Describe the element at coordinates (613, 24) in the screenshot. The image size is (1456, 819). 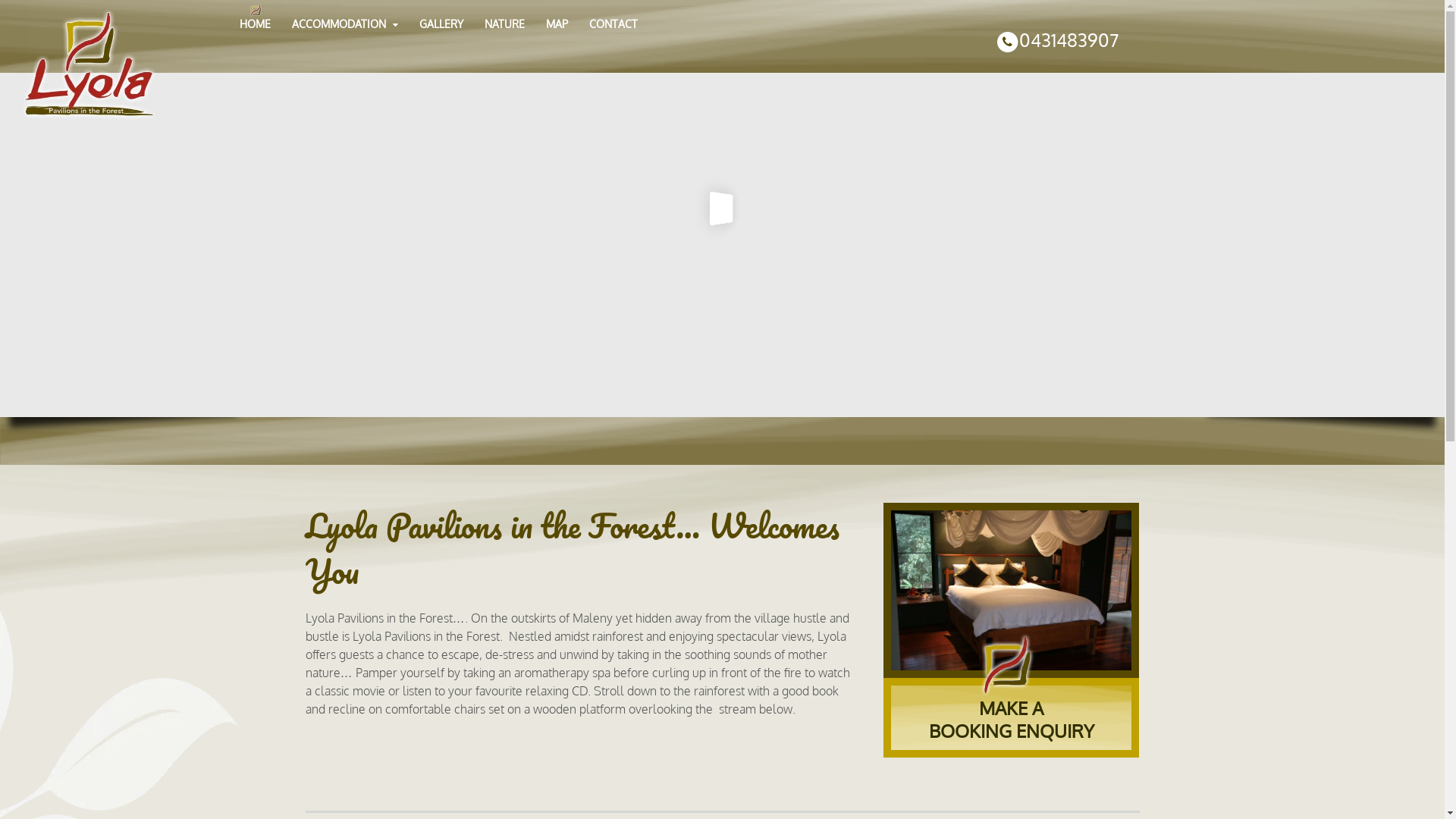
I see `'CONTACT'` at that location.